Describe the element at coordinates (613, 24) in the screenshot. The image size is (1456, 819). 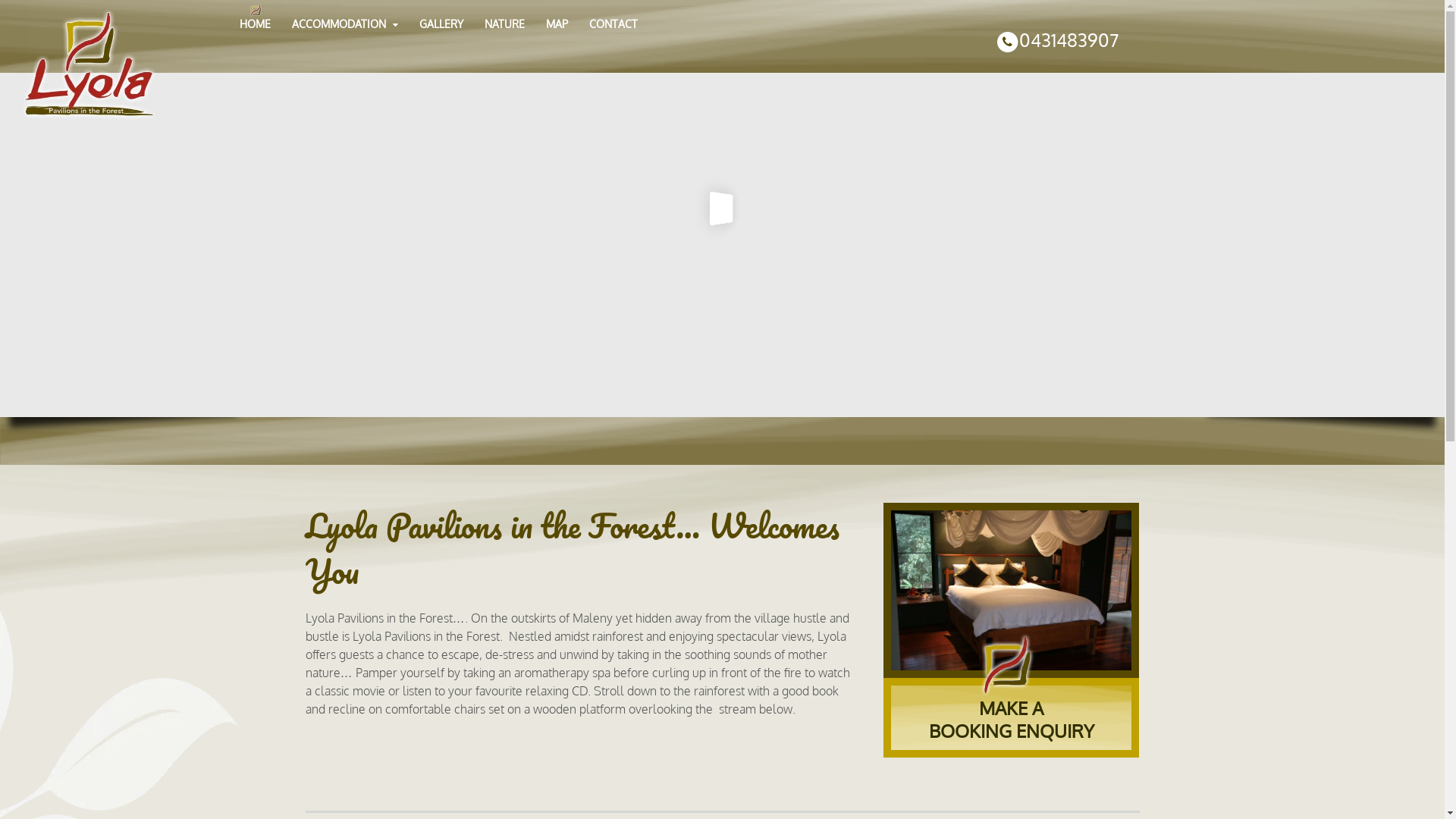
I see `'CONTACT'` at that location.